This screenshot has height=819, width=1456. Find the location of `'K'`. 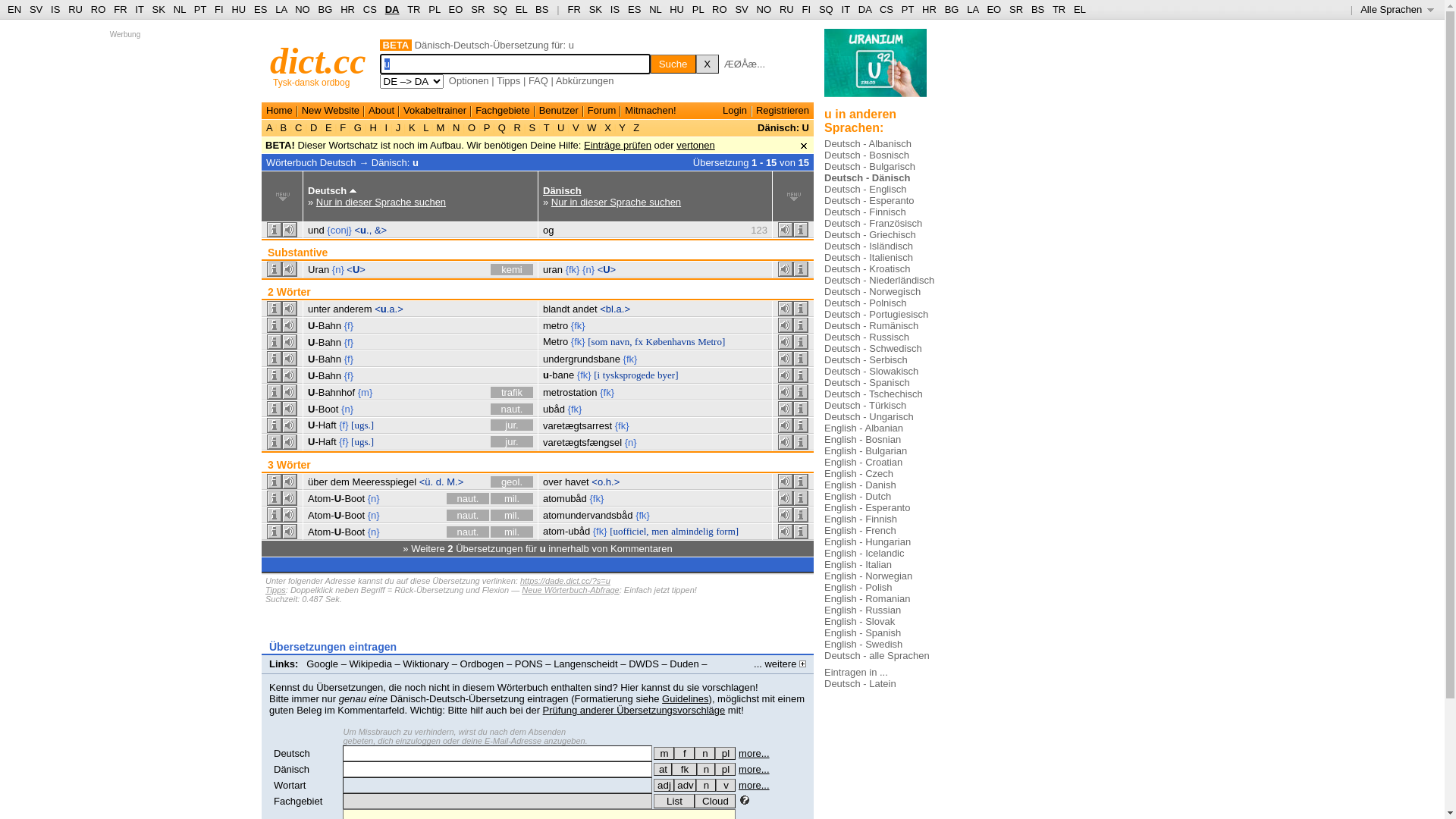

'K' is located at coordinates (411, 127).